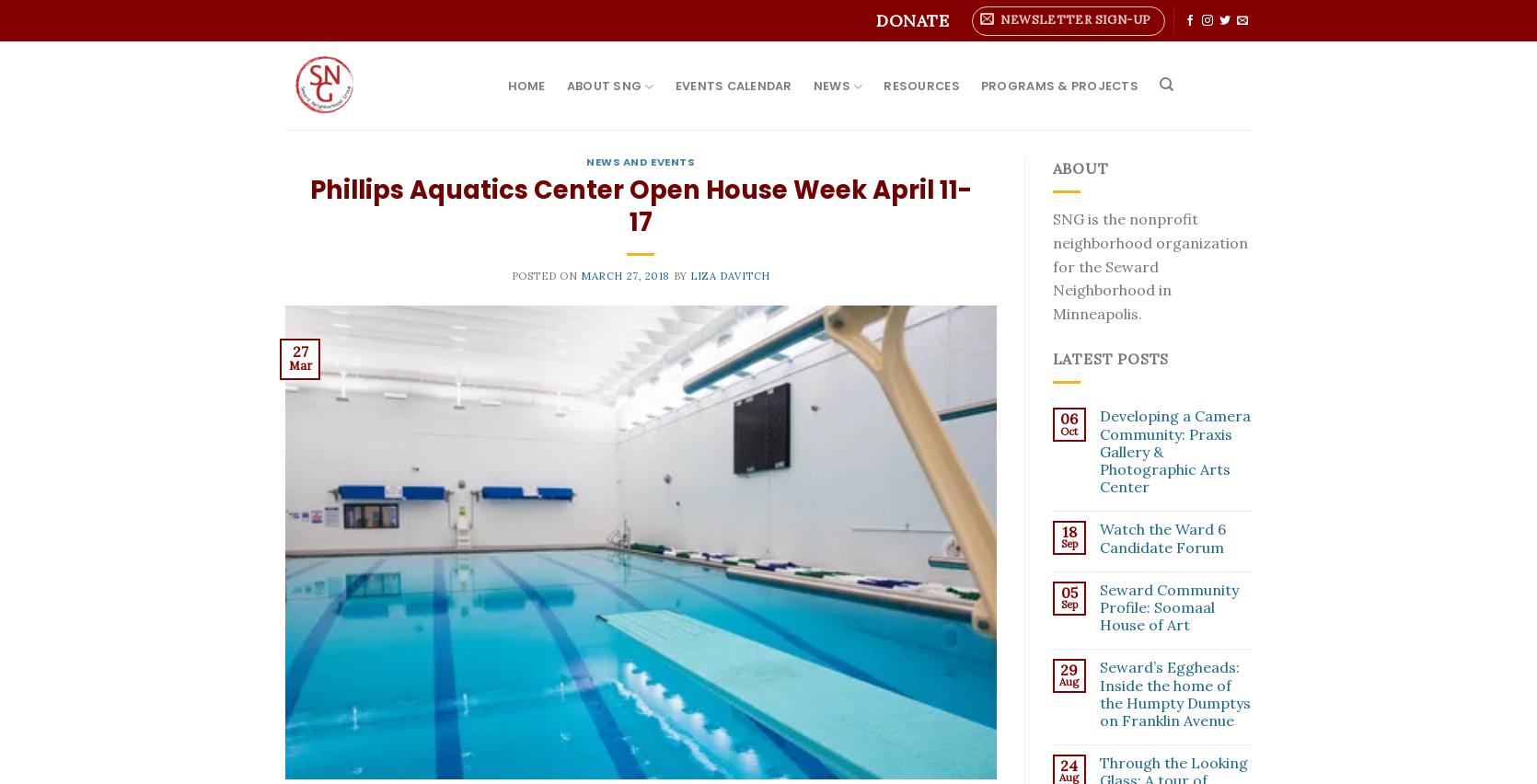 Image resolution: width=1537 pixels, height=784 pixels. Describe the element at coordinates (668, 274) in the screenshot. I see `'by'` at that location.